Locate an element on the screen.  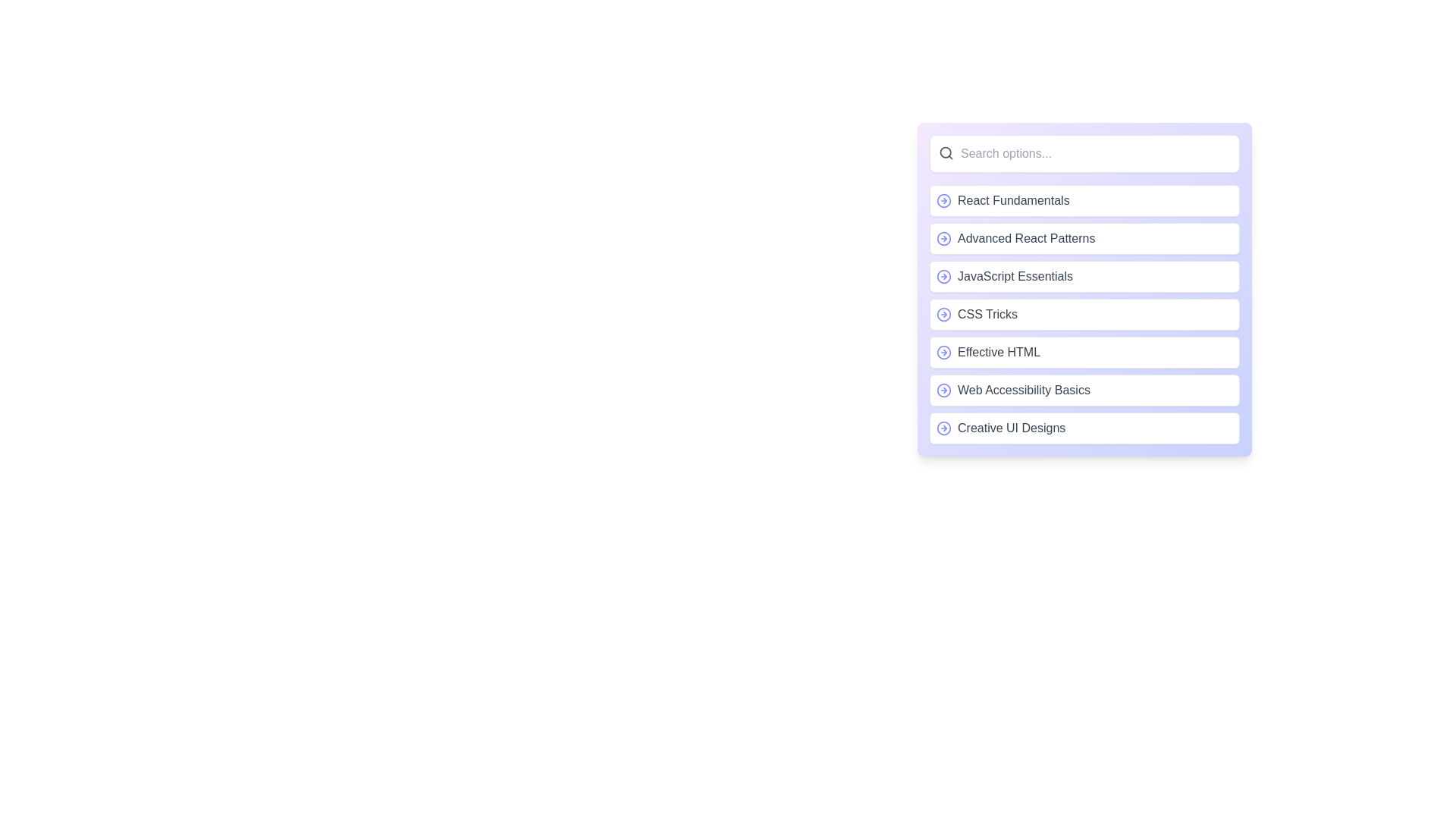
the hollow circular SVG element associated with the 'JavaScript Essentials' text, which is the fifth item in the vertical menu list is located at coordinates (943, 277).